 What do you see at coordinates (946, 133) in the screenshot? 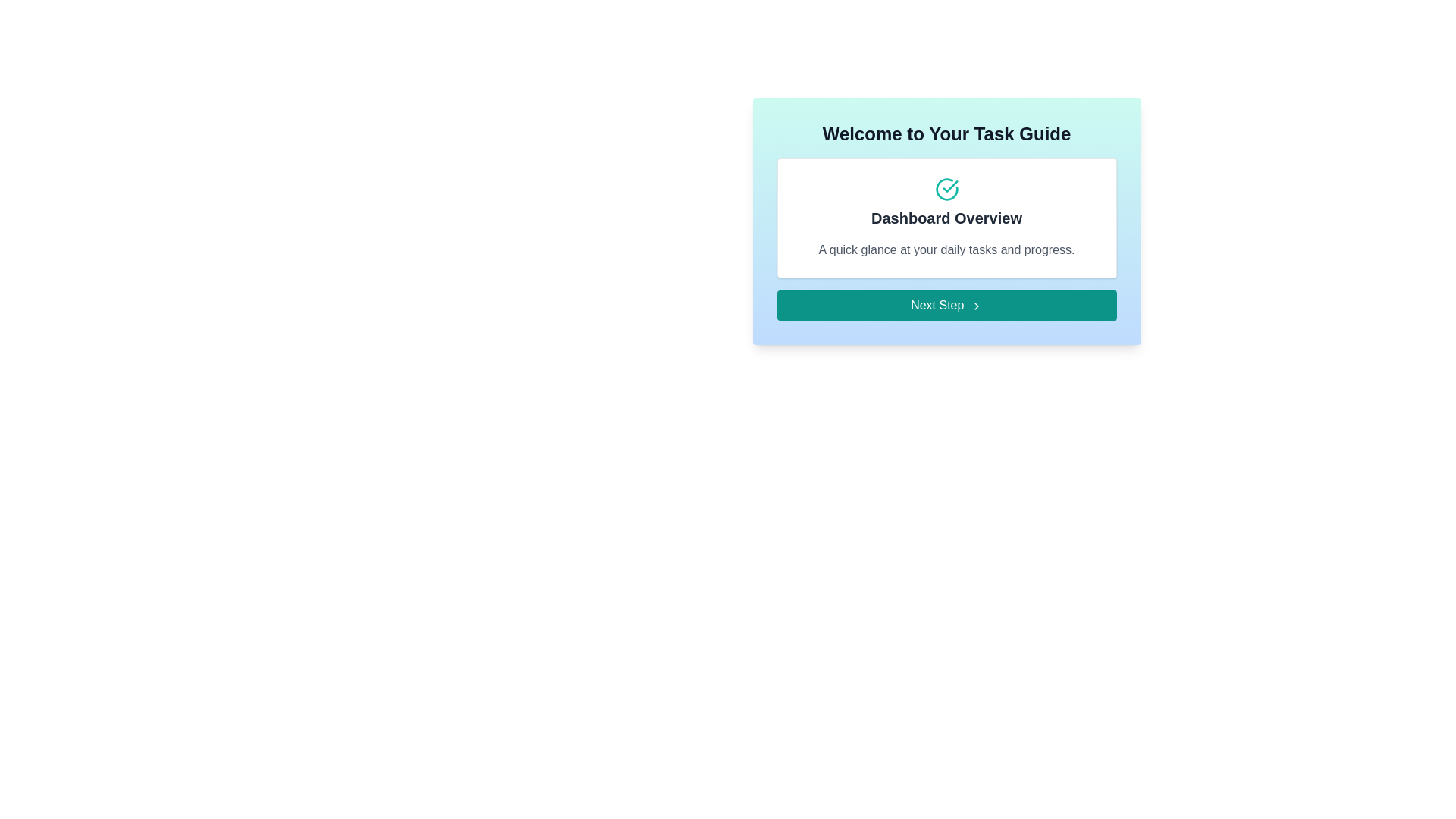
I see `the heading text element that says 'Welcome to Your Task Guide', which is bold and centered at the top of a card-like section` at bounding box center [946, 133].